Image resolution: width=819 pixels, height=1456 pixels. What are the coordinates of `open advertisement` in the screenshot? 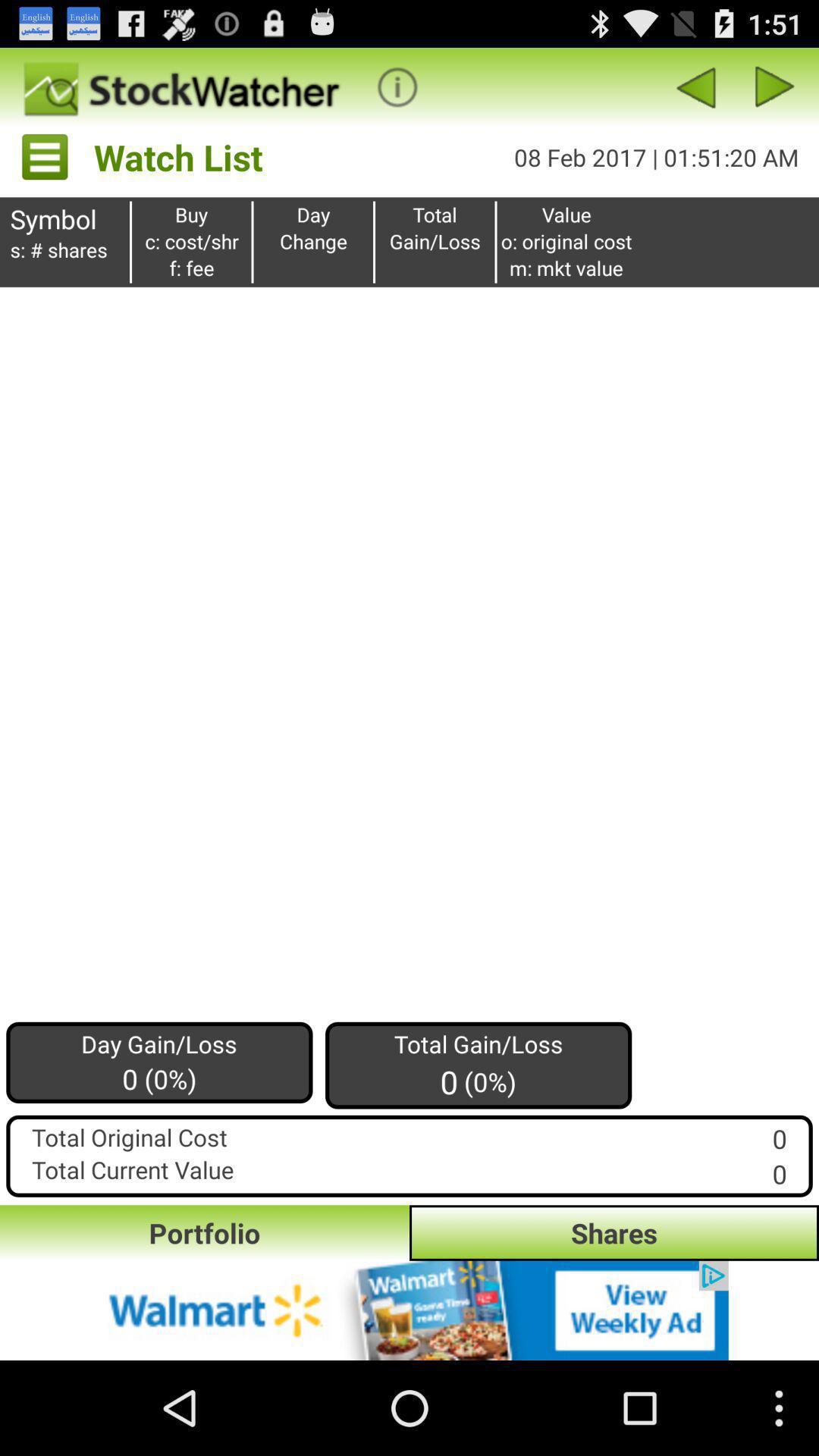 It's located at (409, 1310).